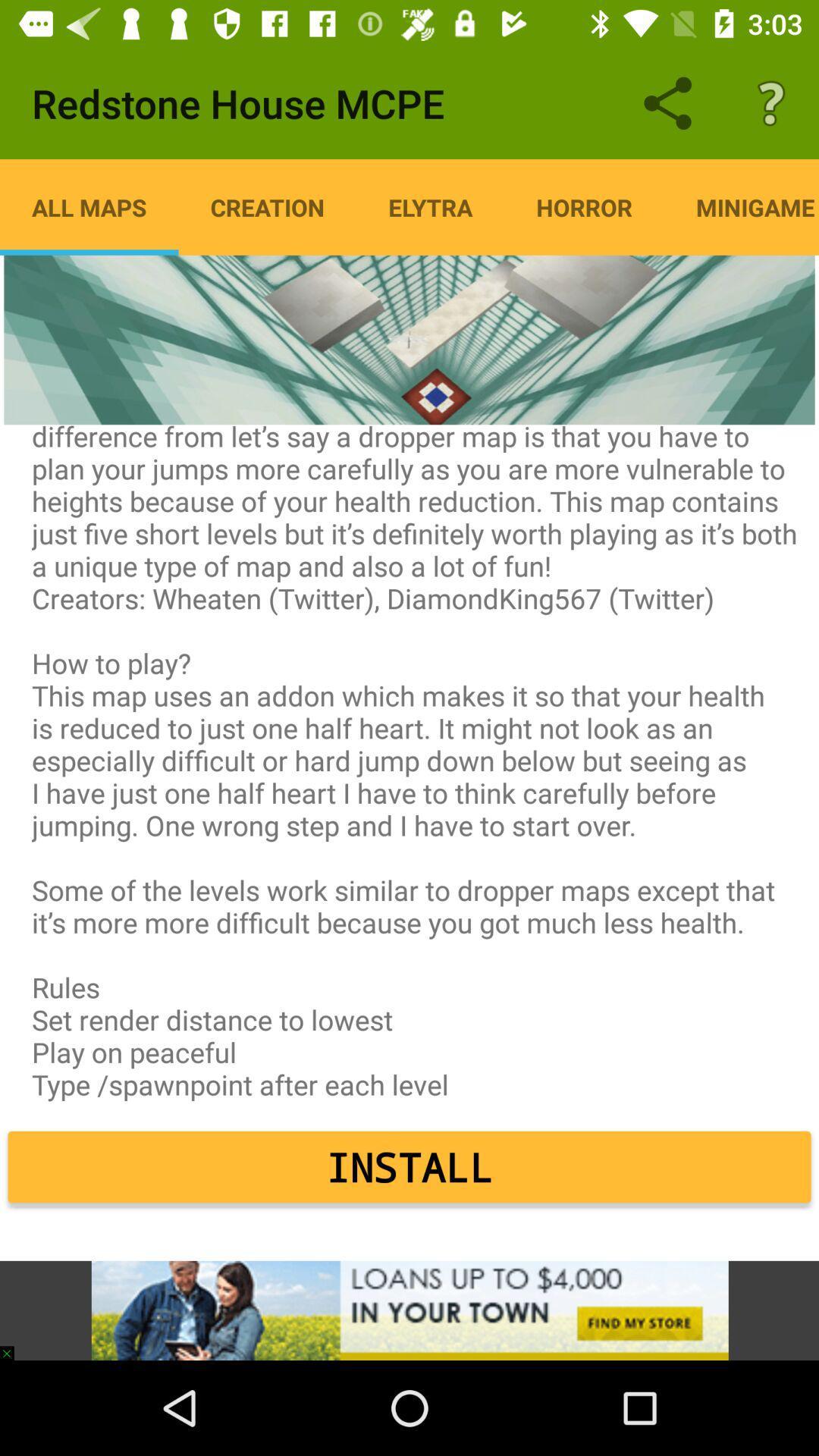 The height and width of the screenshot is (1456, 819). I want to click on icon below the install, so click(409, 1310).